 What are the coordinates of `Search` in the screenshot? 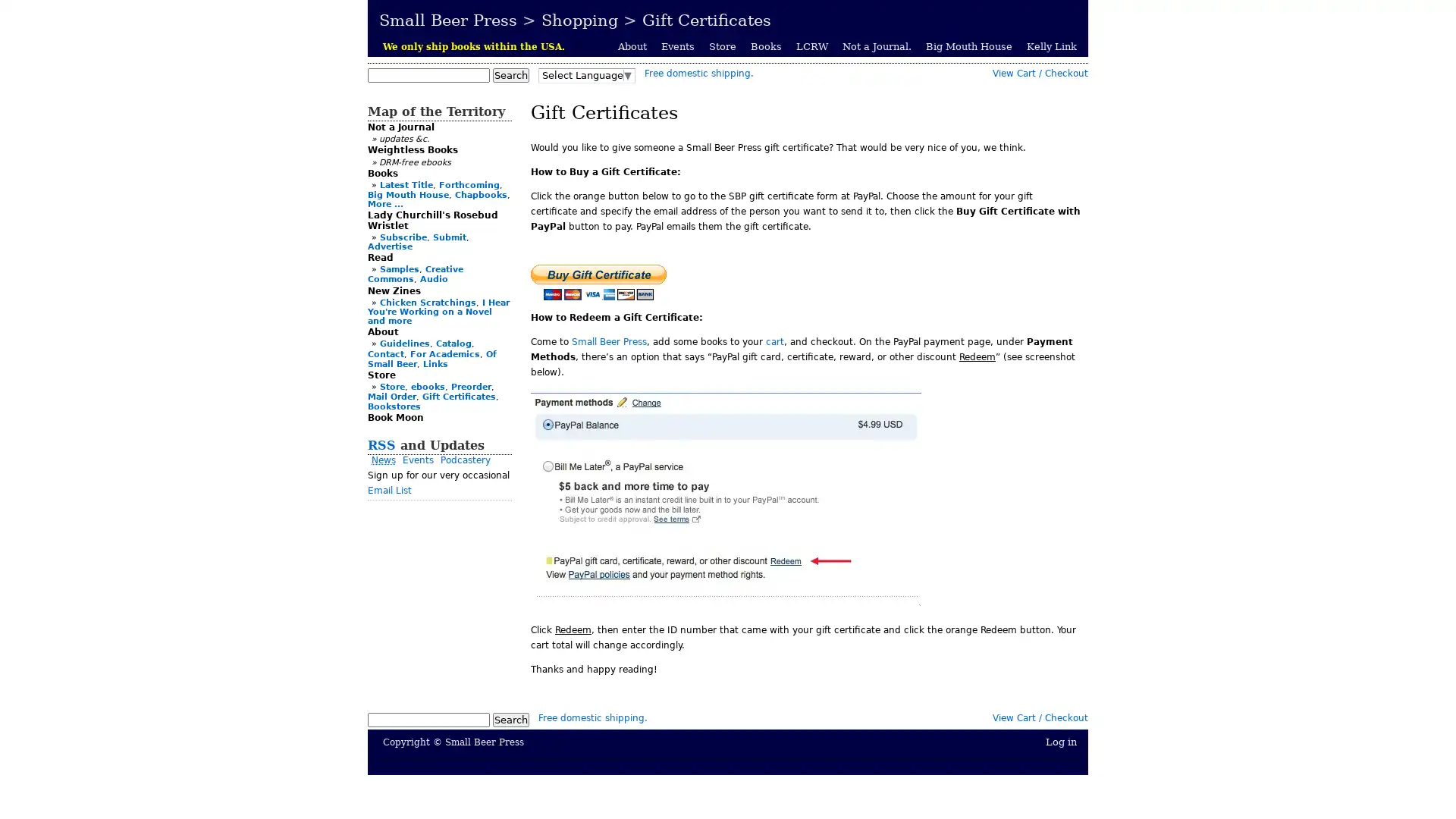 It's located at (510, 719).